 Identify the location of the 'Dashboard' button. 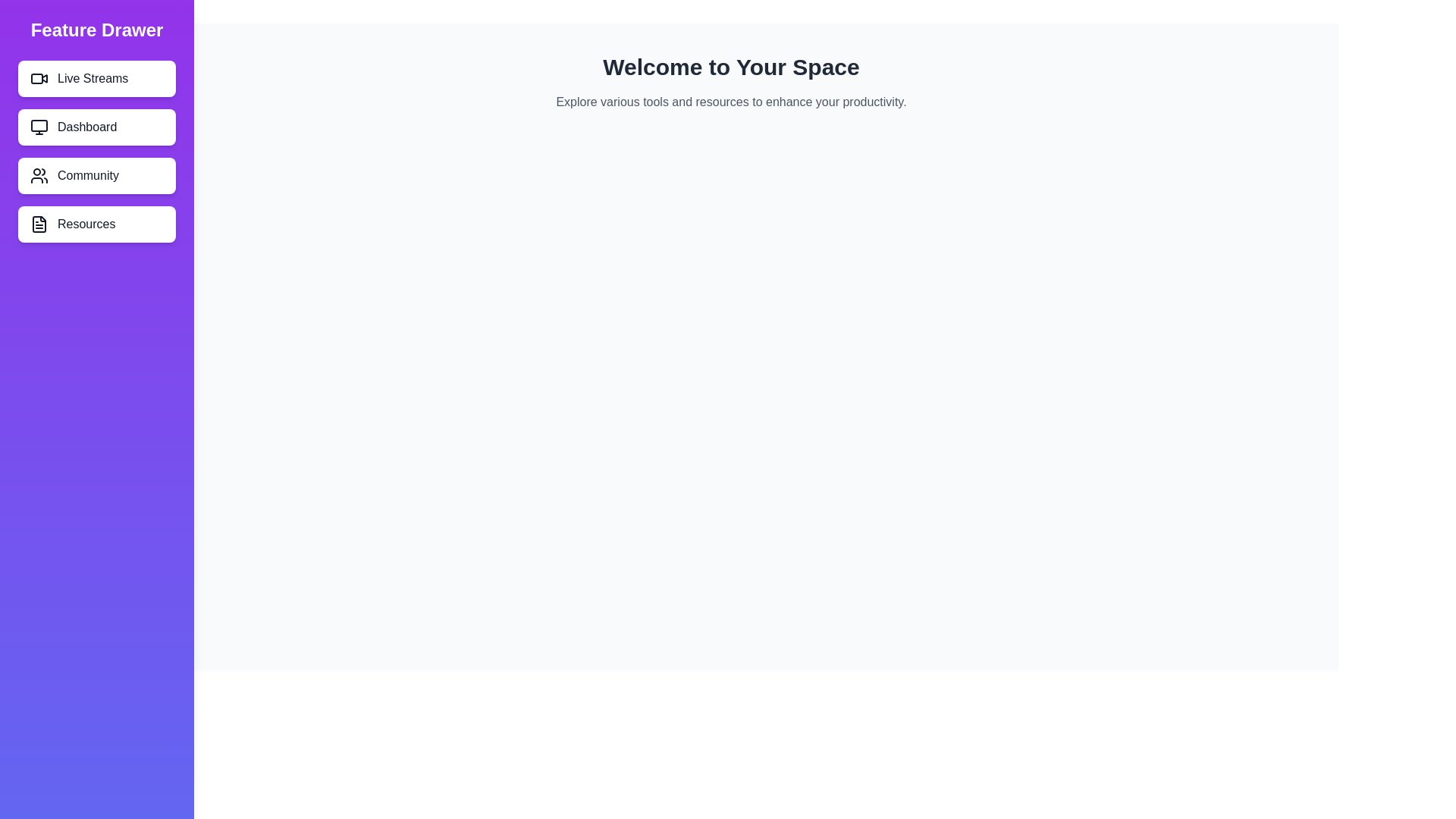
(96, 127).